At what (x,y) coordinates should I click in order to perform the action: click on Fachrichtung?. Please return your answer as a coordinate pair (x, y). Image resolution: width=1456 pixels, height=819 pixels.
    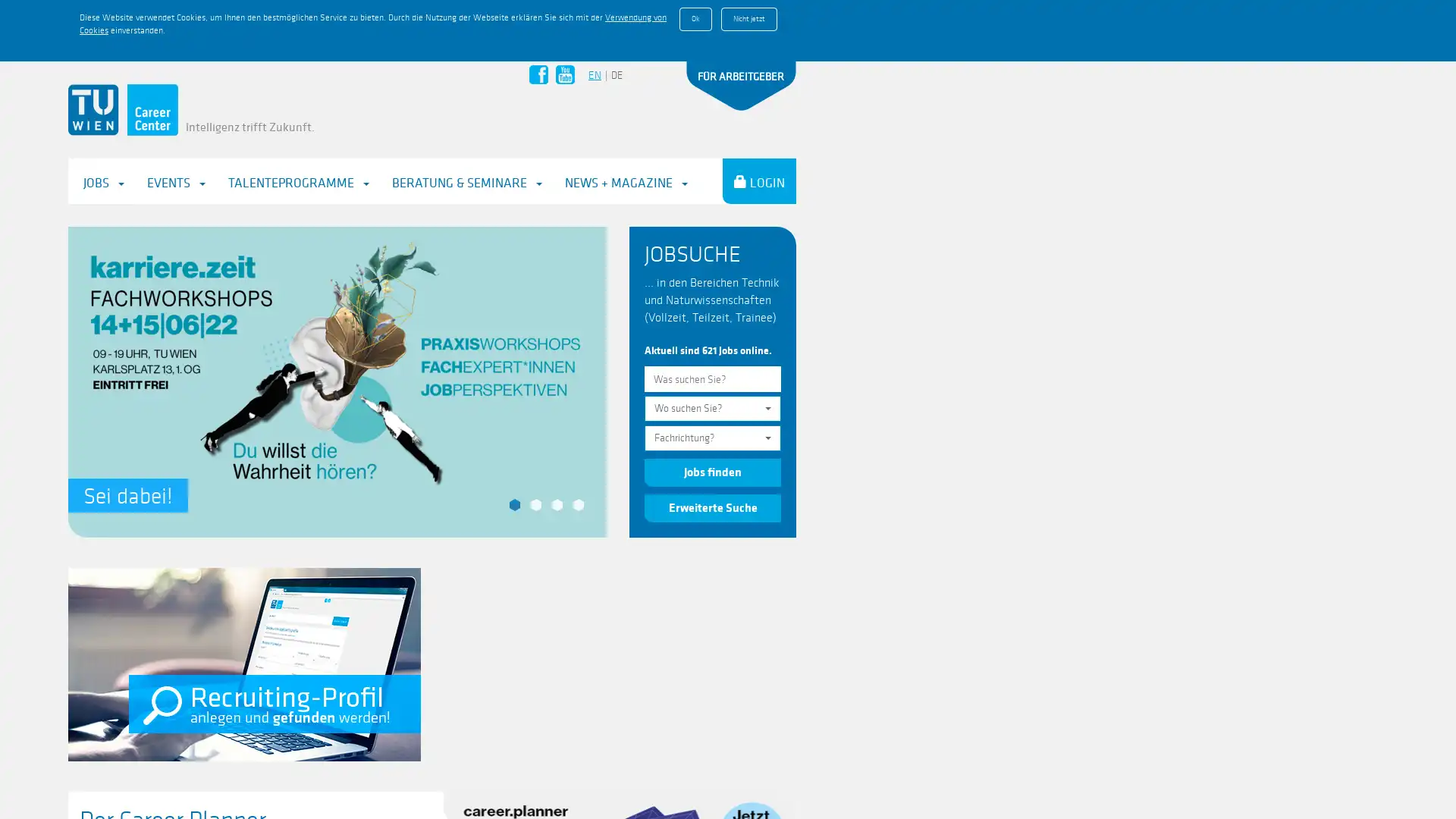
    Looking at the image, I should click on (712, 376).